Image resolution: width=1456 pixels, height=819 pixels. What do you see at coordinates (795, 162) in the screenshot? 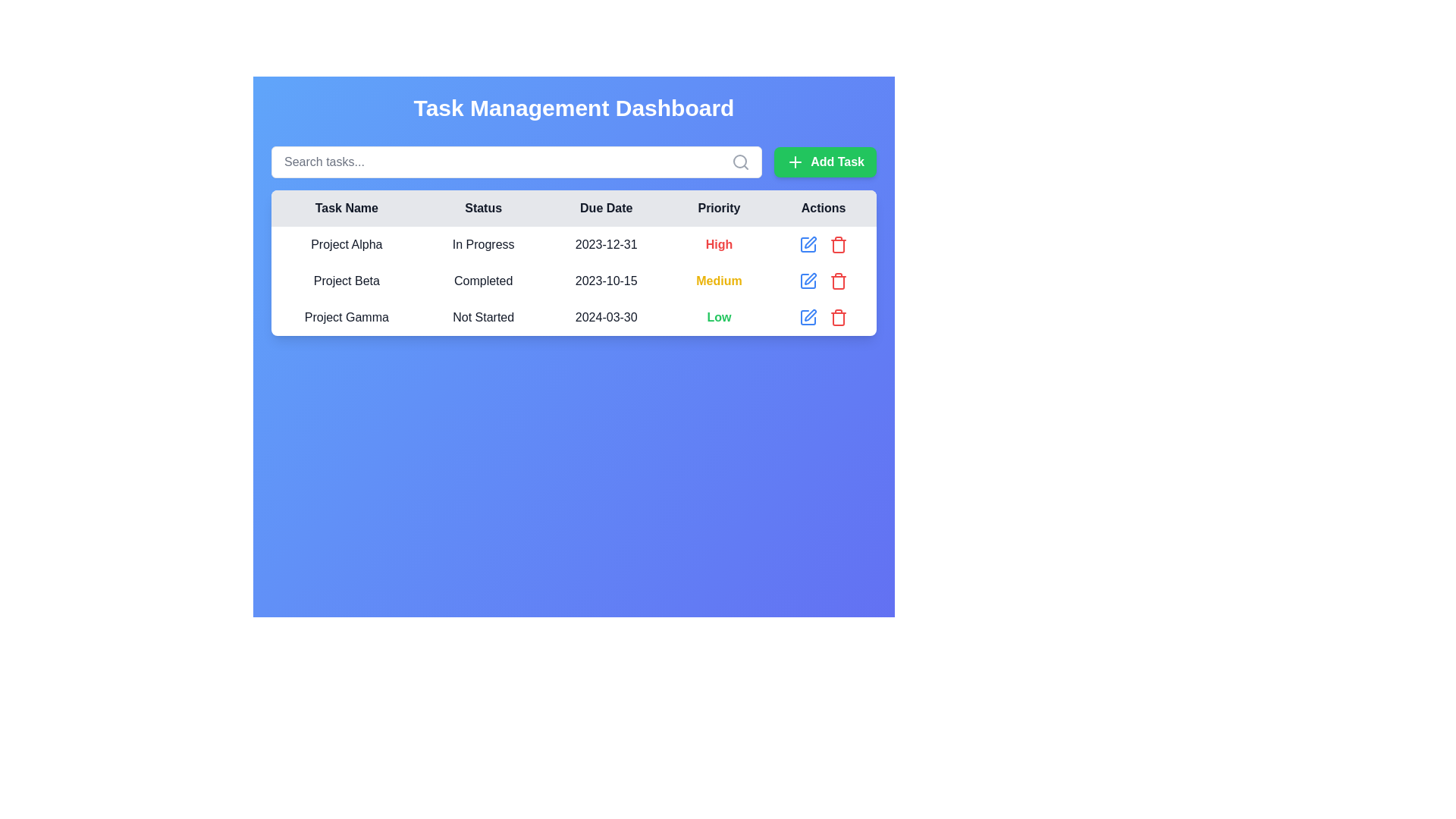
I see `the plus icon, which is located in the green segment of the 'Add Task' button` at bounding box center [795, 162].